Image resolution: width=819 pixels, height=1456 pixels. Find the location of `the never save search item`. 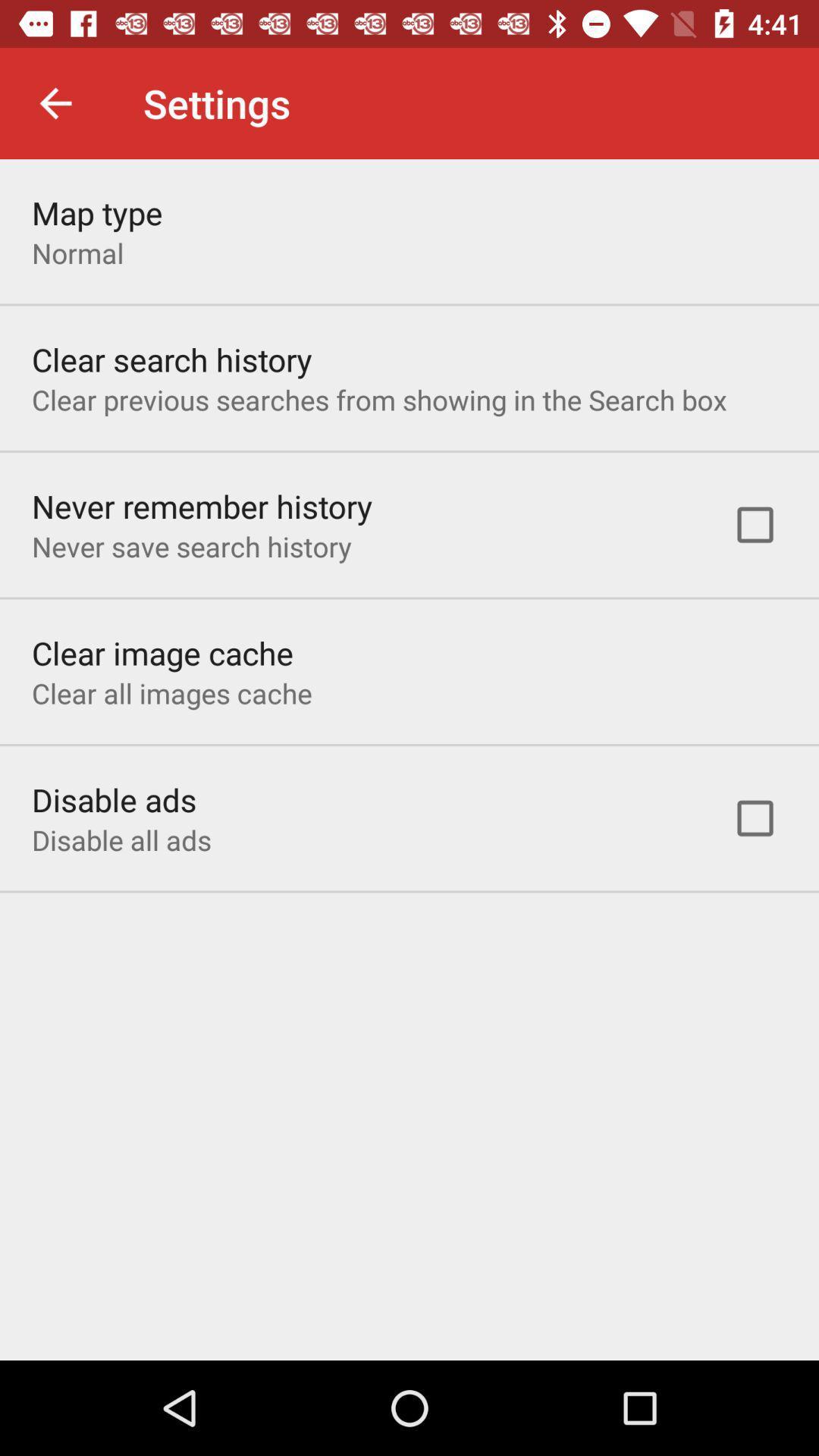

the never save search item is located at coordinates (190, 546).